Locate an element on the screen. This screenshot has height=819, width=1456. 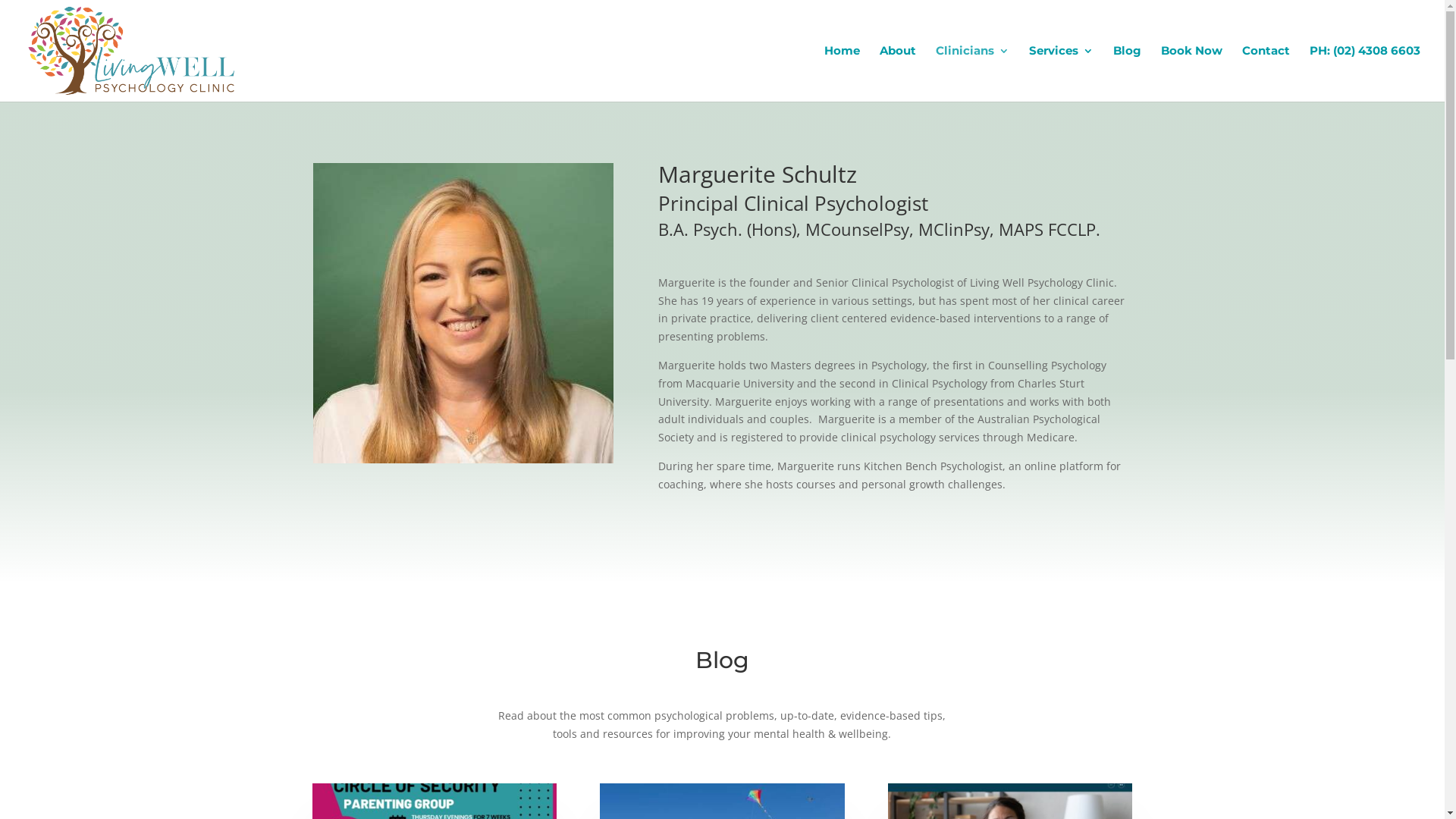
'Contact' is located at coordinates (1266, 73).